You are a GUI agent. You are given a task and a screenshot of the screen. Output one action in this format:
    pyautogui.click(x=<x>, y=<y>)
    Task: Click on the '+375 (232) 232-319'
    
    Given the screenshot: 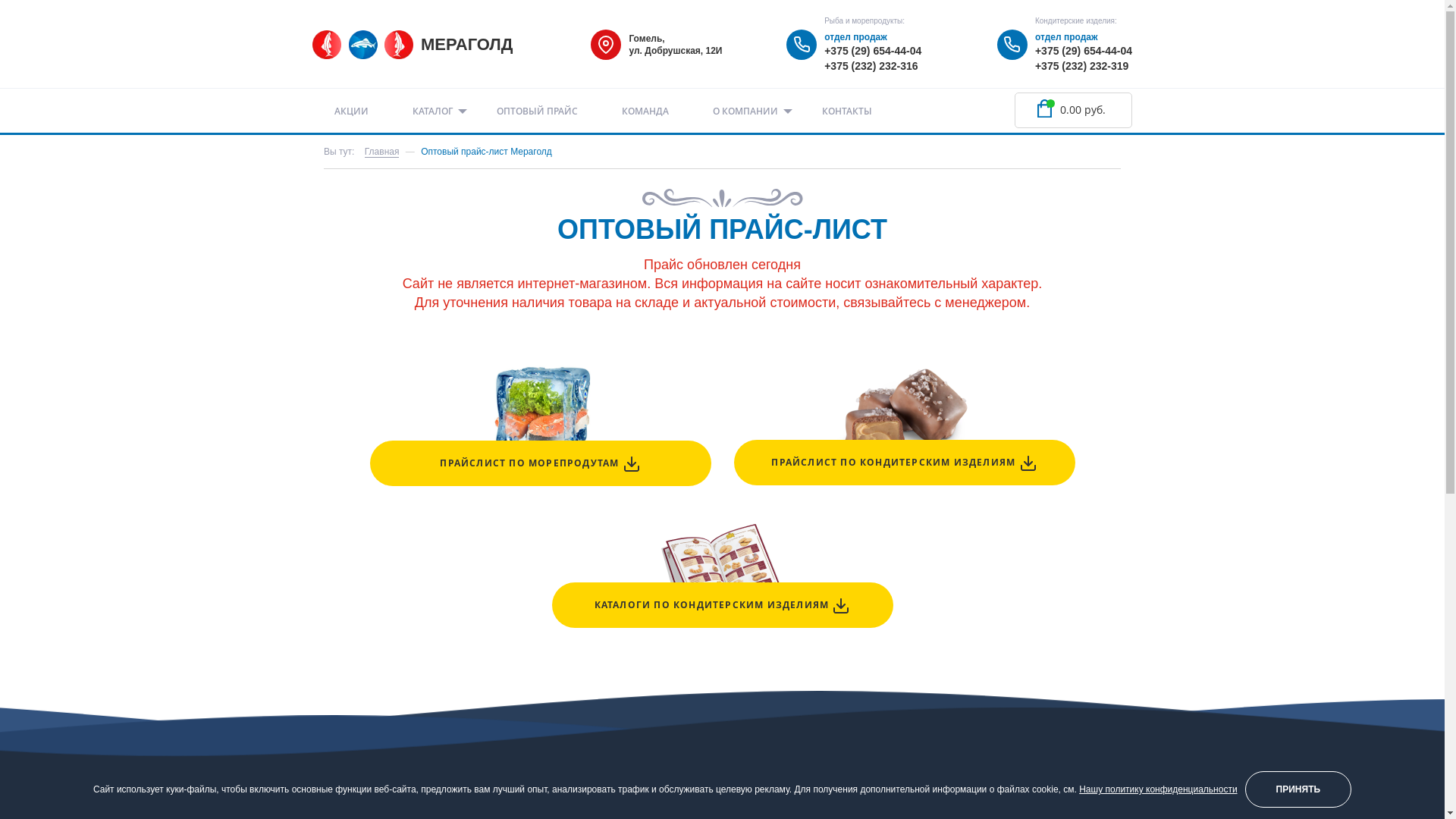 What is the action you would take?
    pyautogui.click(x=1081, y=65)
    